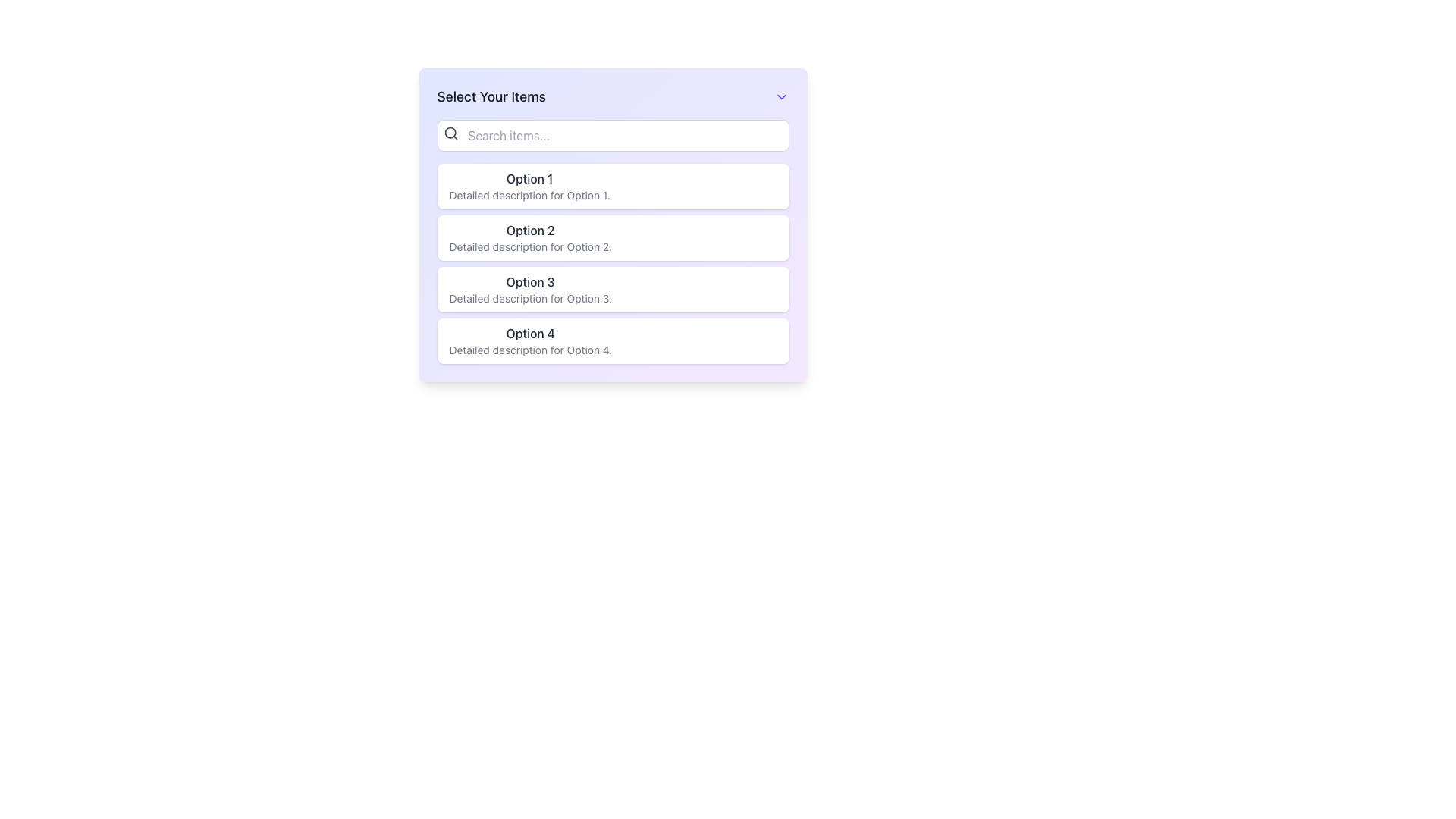 Image resolution: width=1456 pixels, height=819 pixels. What do you see at coordinates (530, 332) in the screenshot?
I see `the text label displaying 'Option 4', which is styled in gray-black color and is the fourth option in the list titled 'Select Your Items'` at bounding box center [530, 332].